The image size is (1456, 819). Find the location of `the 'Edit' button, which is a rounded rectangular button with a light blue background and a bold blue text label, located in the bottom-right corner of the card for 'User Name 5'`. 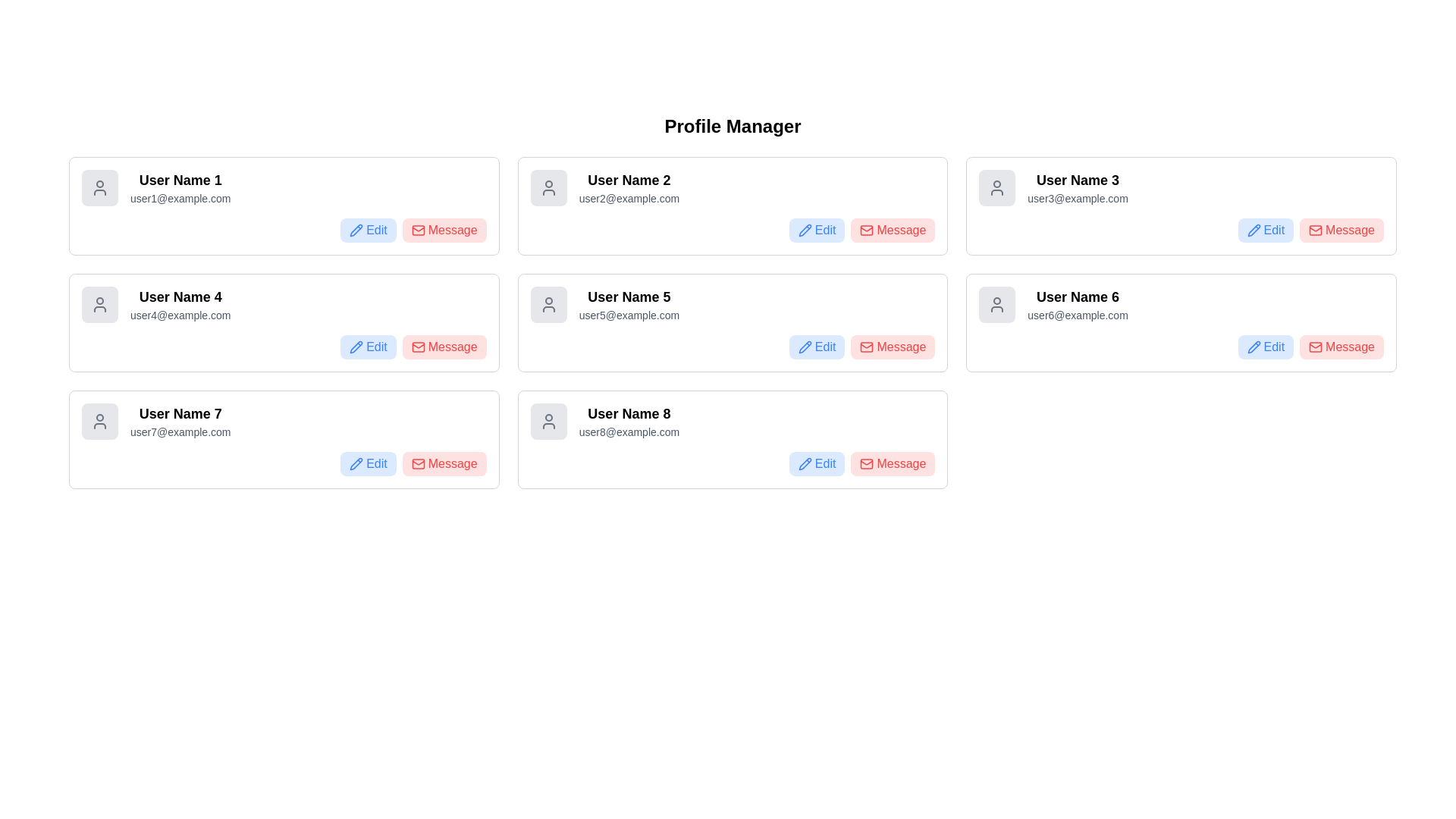

the 'Edit' button, which is a rounded rectangular button with a light blue background and a bold blue text label, located in the bottom-right corner of the card for 'User Name 5' is located at coordinates (816, 347).